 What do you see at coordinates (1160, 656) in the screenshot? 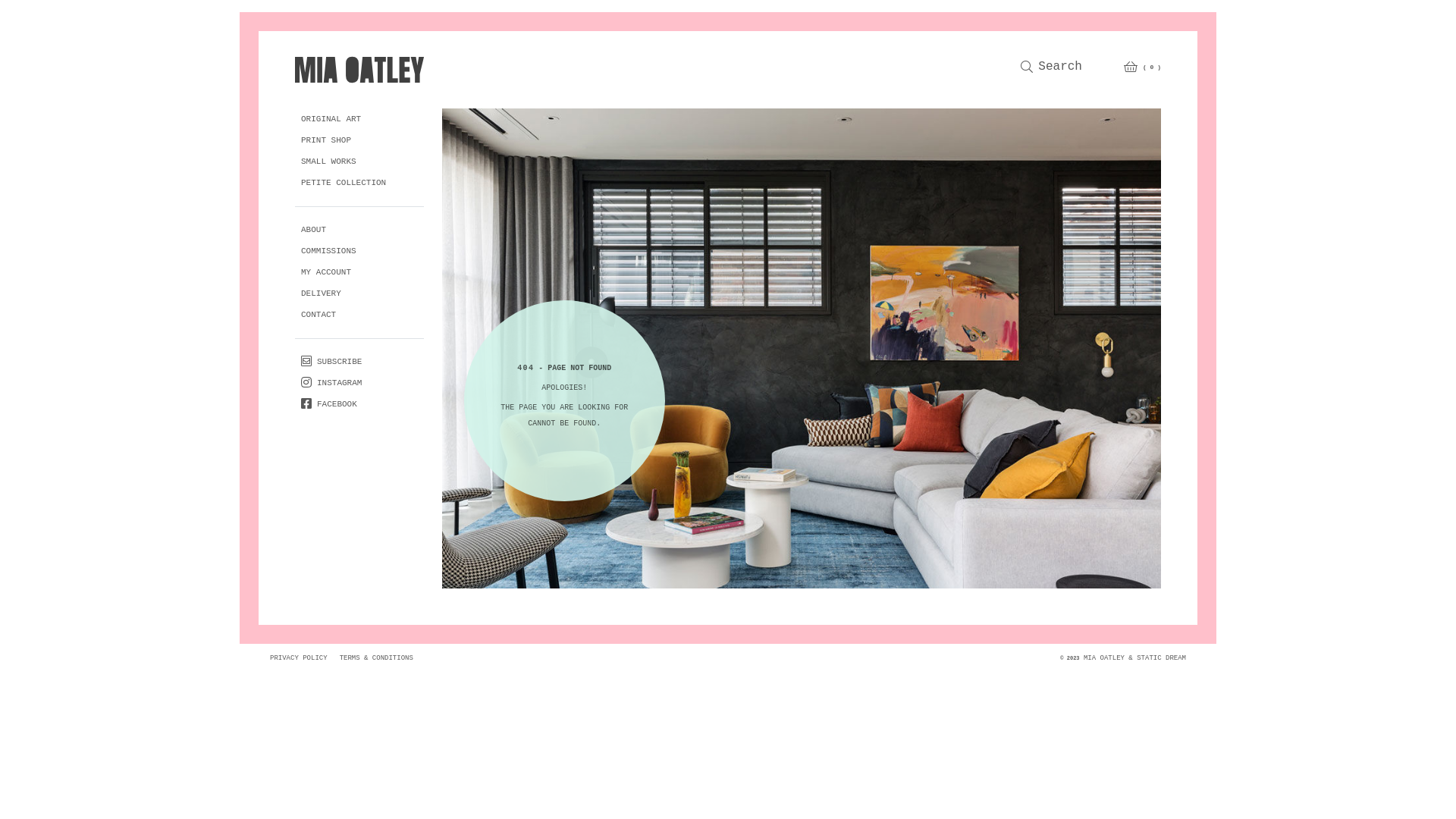
I see `'Static Dream'` at bounding box center [1160, 656].